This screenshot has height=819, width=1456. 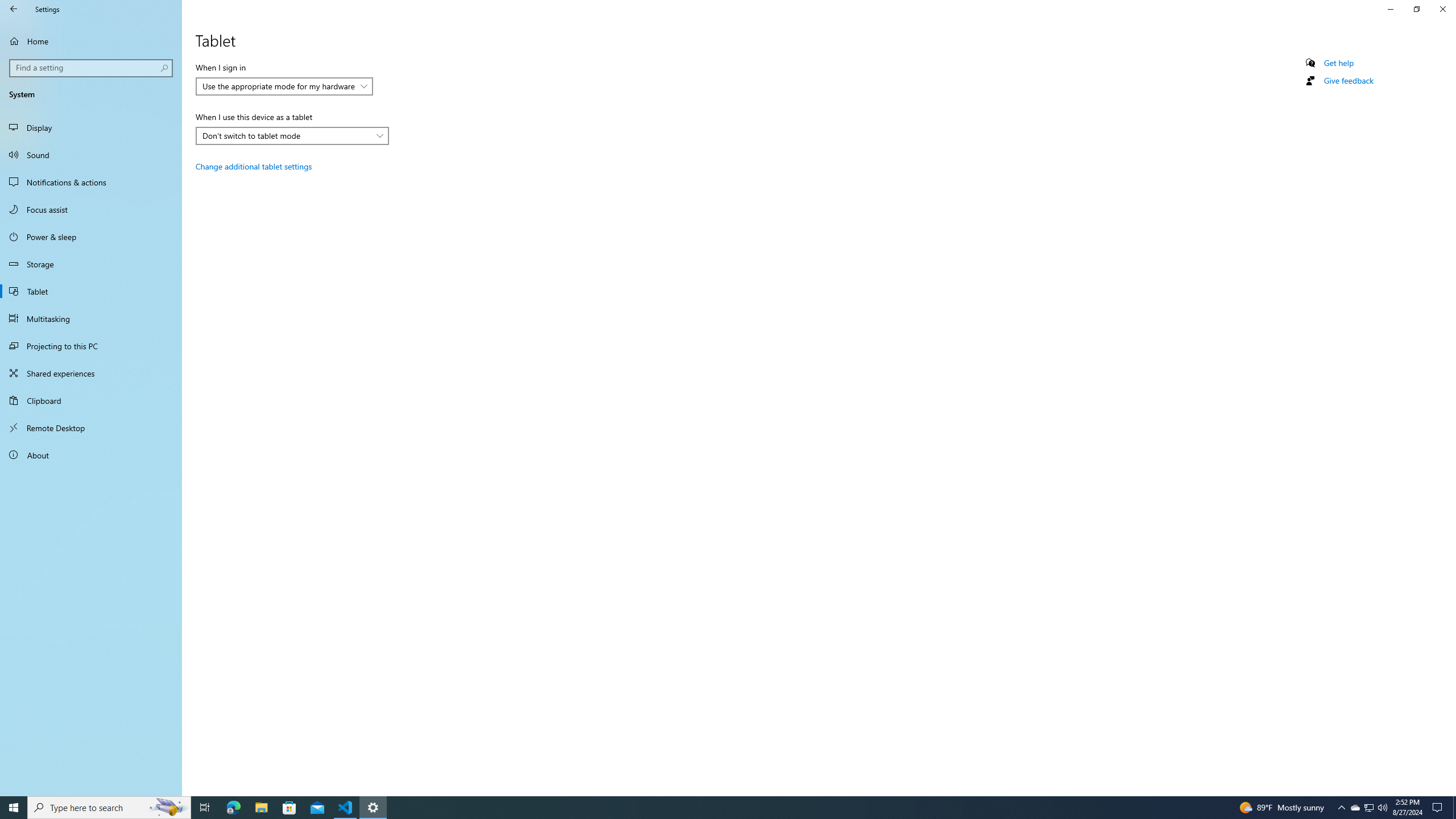 What do you see at coordinates (167, 806) in the screenshot?
I see `'Search highlights icon opens search home window'` at bounding box center [167, 806].